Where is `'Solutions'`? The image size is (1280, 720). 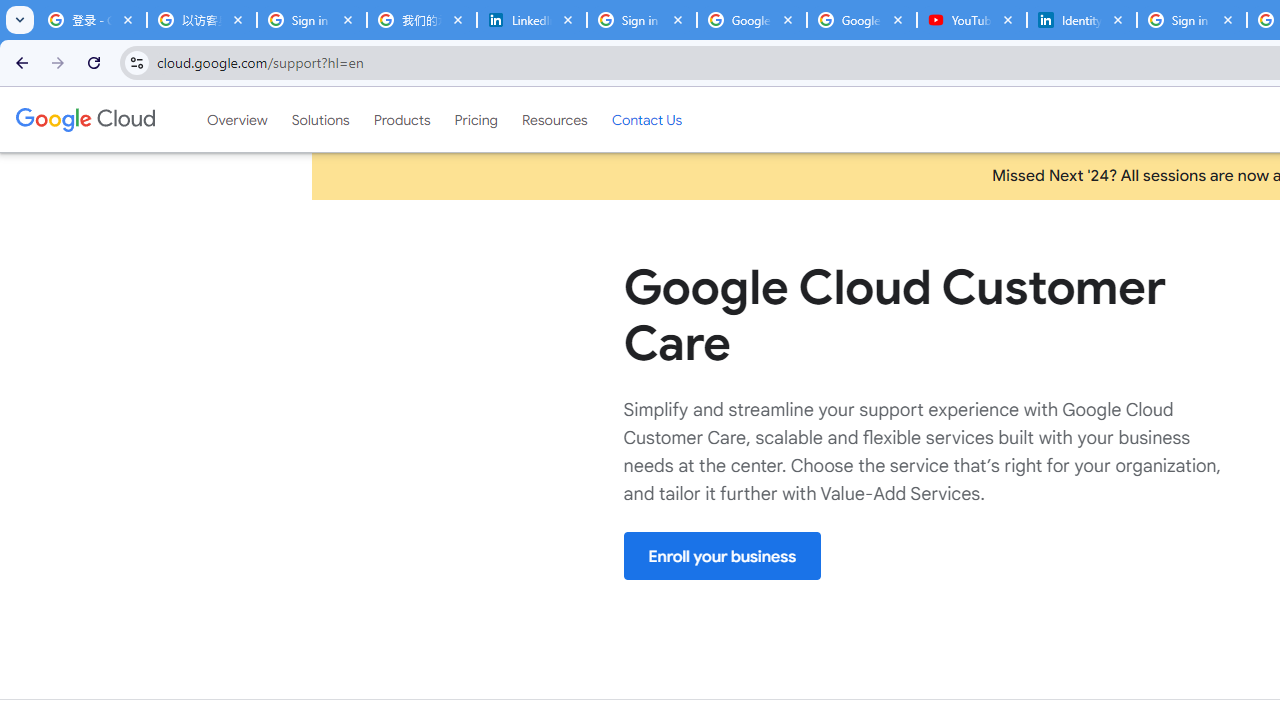 'Solutions' is located at coordinates (320, 119).